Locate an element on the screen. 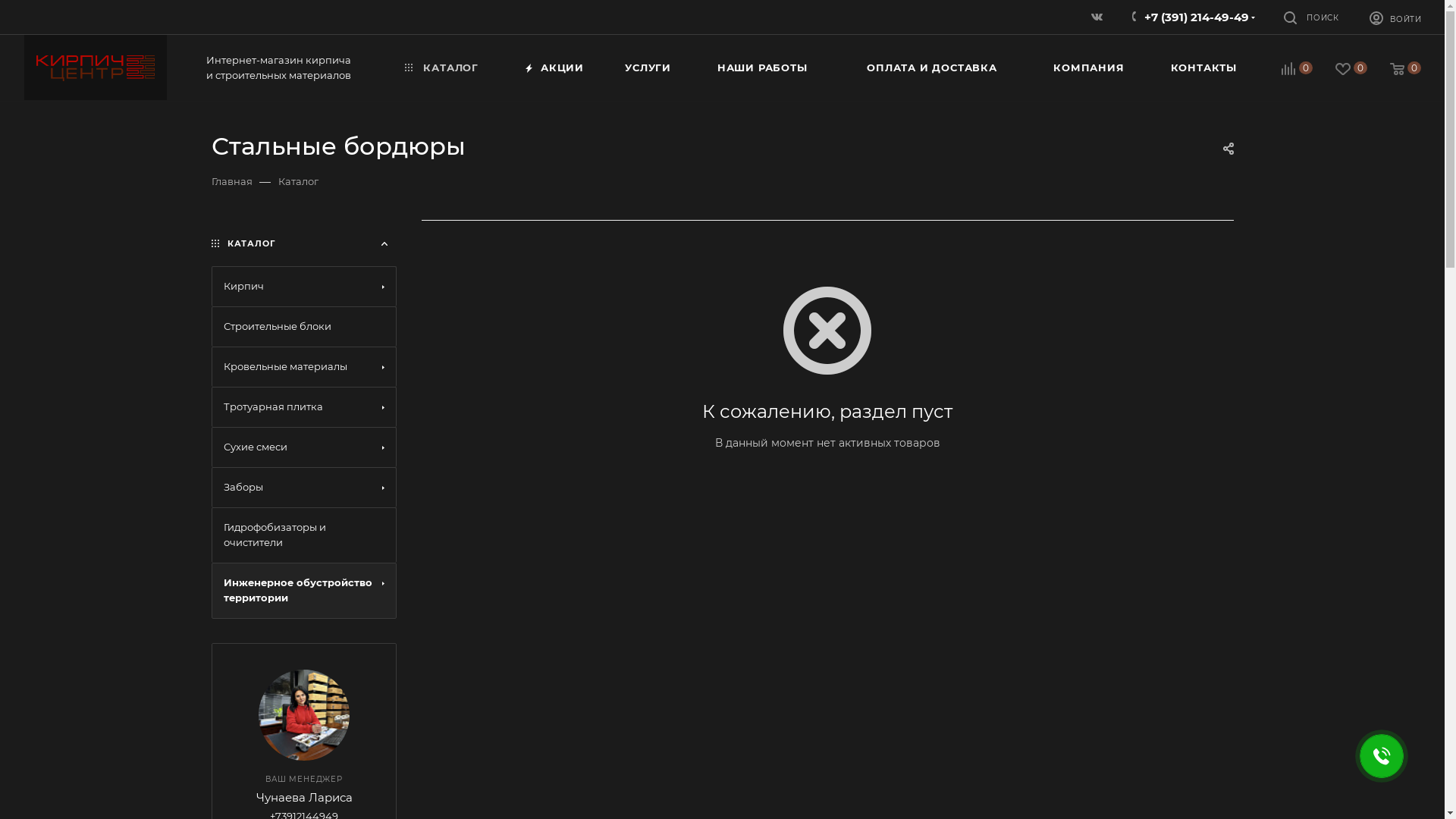  '0' is located at coordinates (1340, 70).